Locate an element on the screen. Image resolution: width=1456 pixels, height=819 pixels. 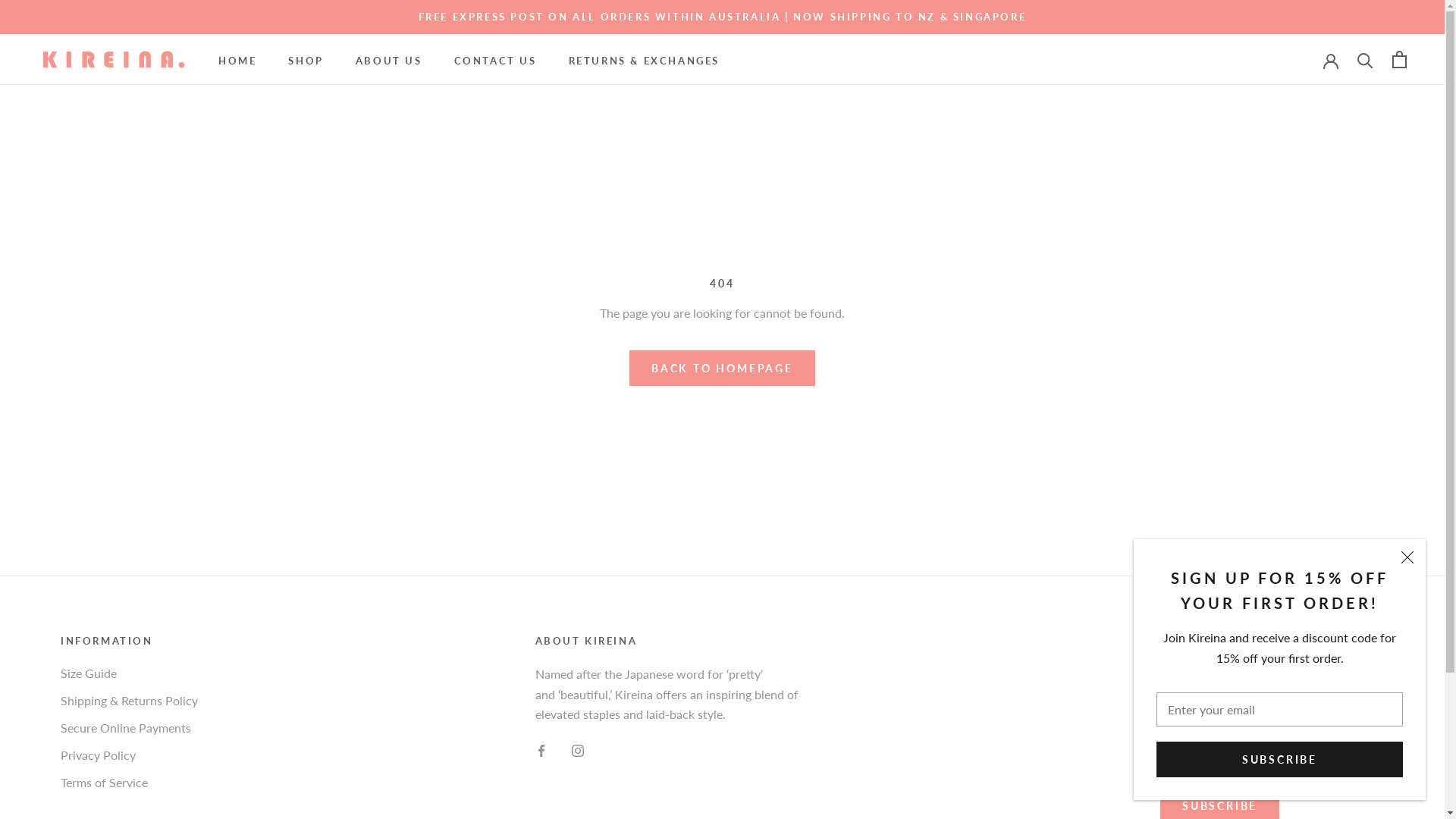
'ABOUT US is located at coordinates (389, 60).